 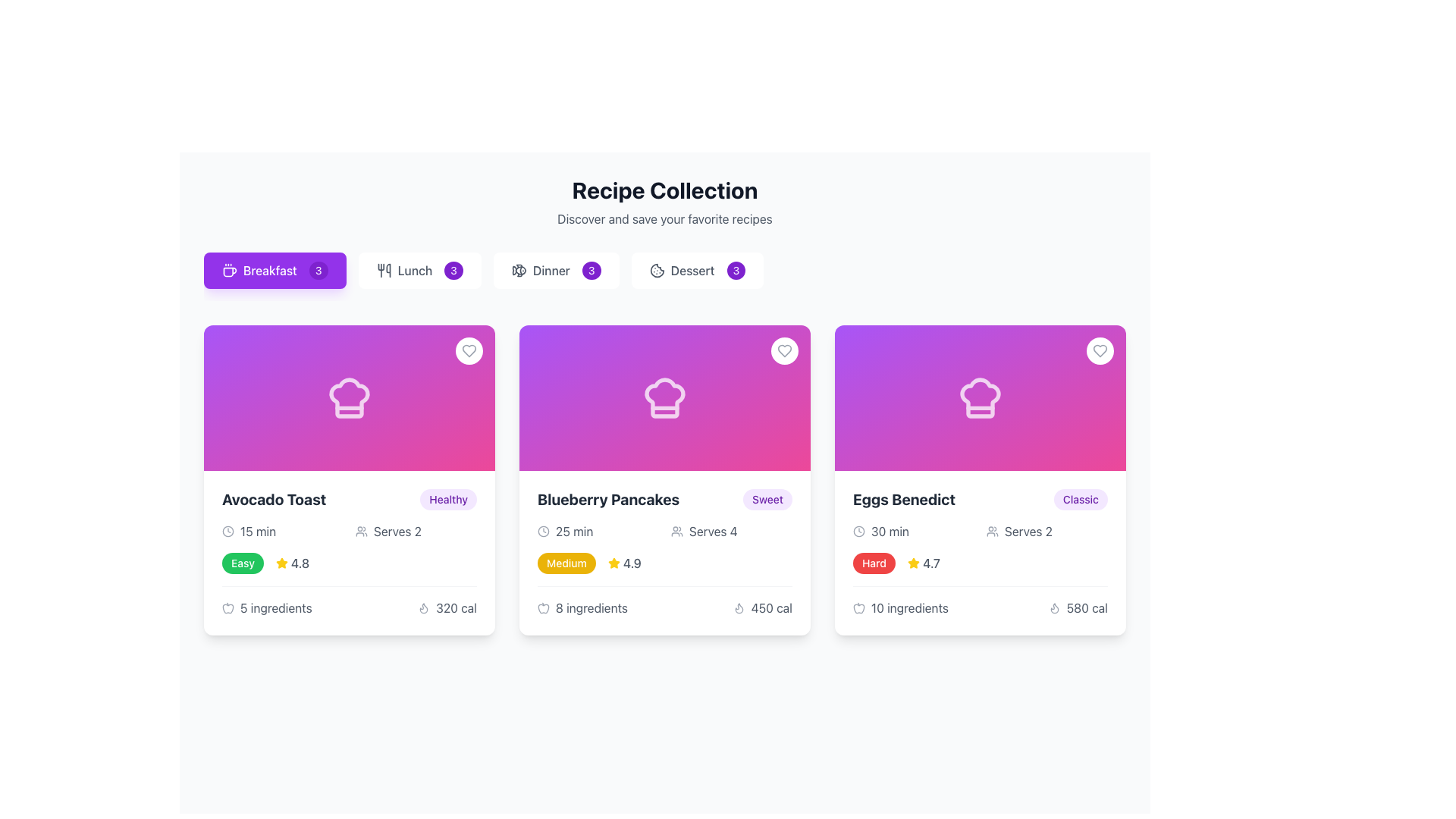 I want to click on the Count indicator badge that displays the count for the category 'Dinner', which is the third badge in a vertical layout and aligned with the text 'Dinner', so click(x=591, y=270).